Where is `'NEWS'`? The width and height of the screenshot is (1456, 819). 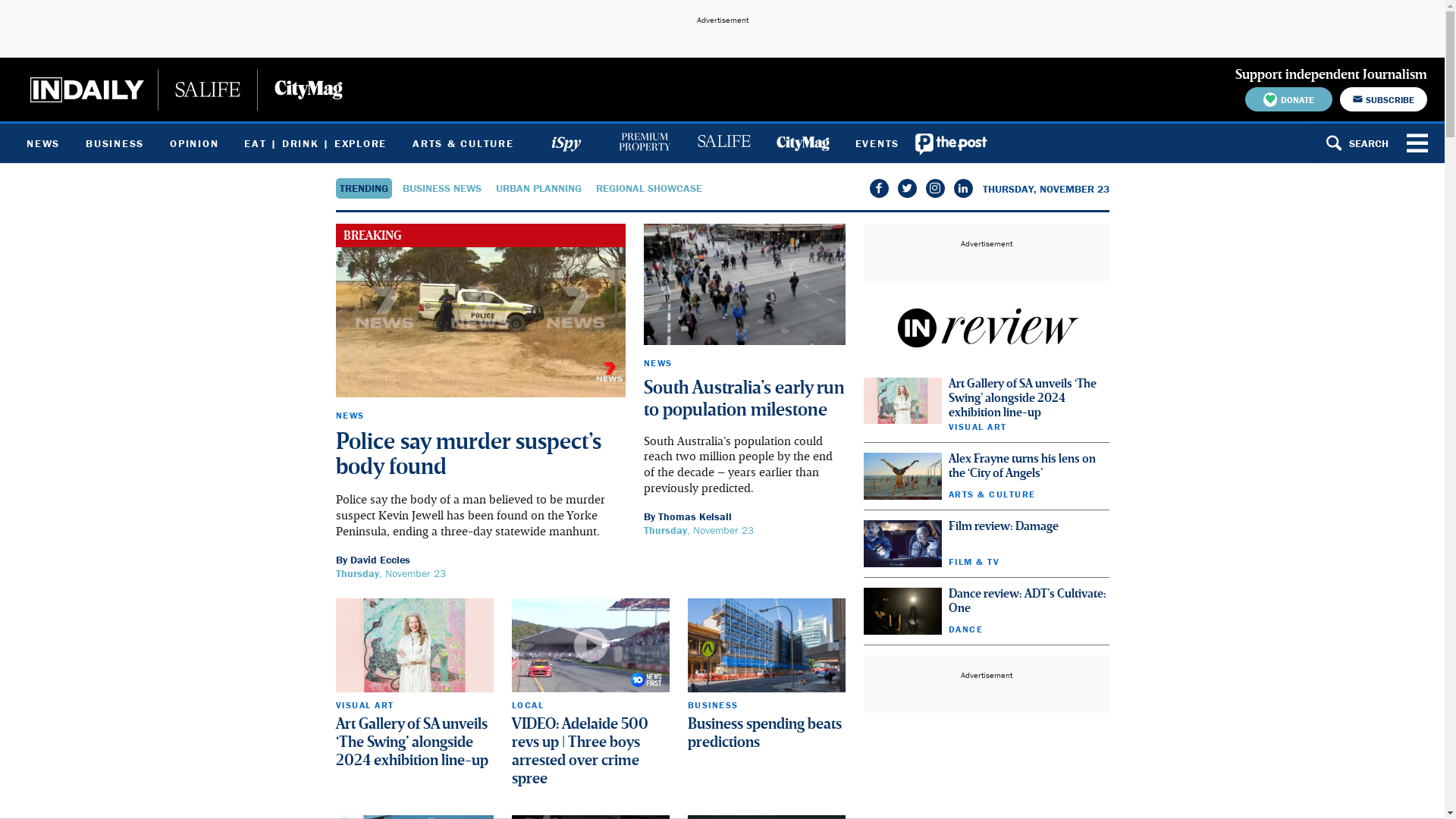
'NEWS' is located at coordinates (43, 143).